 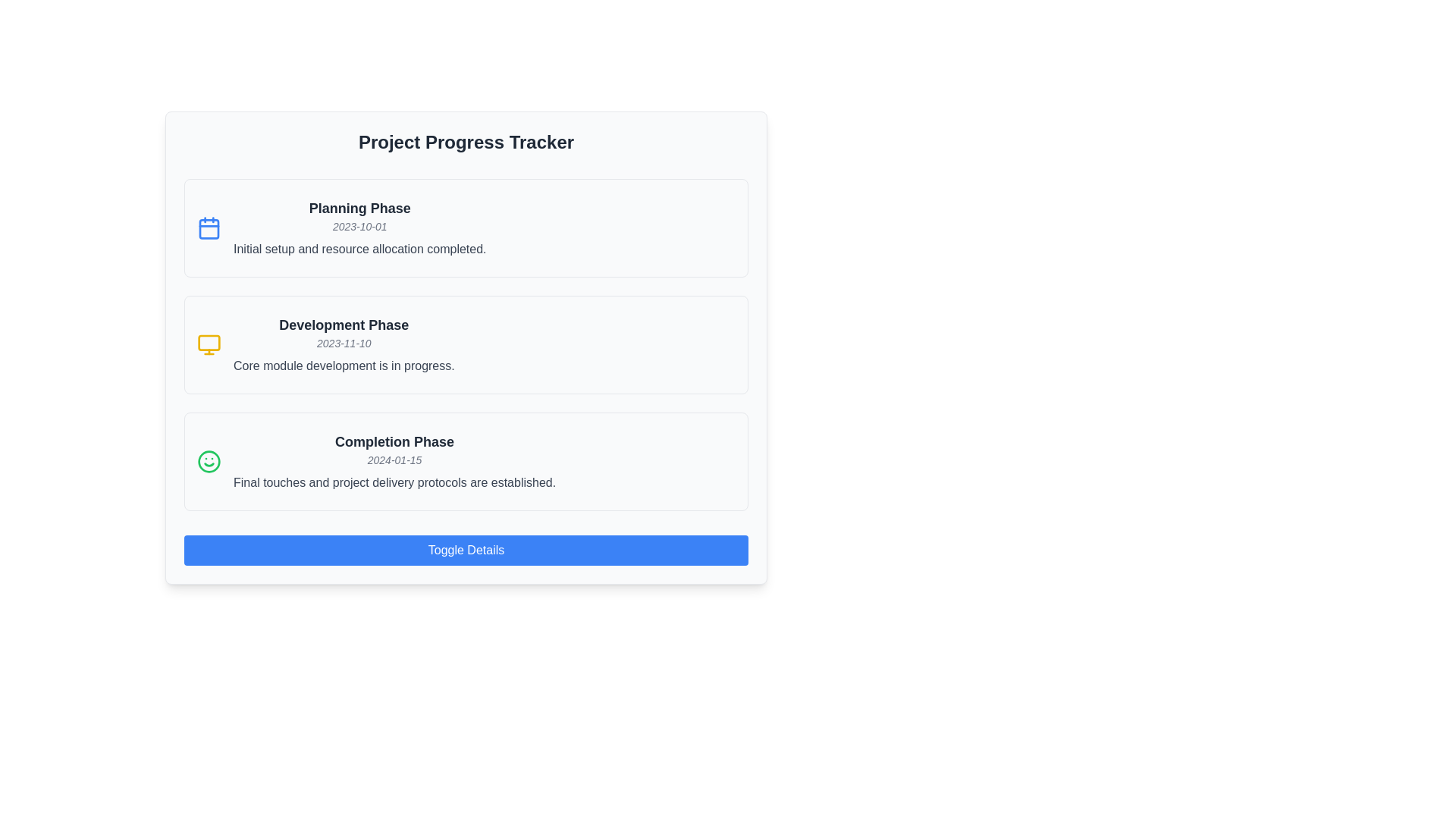 I want to click on the static text displaying '2023-11-10', which is styled in small italicized gray font and is positioned between the heading 'Development Phase' and the description of module progress, so click(x=343, y=343).